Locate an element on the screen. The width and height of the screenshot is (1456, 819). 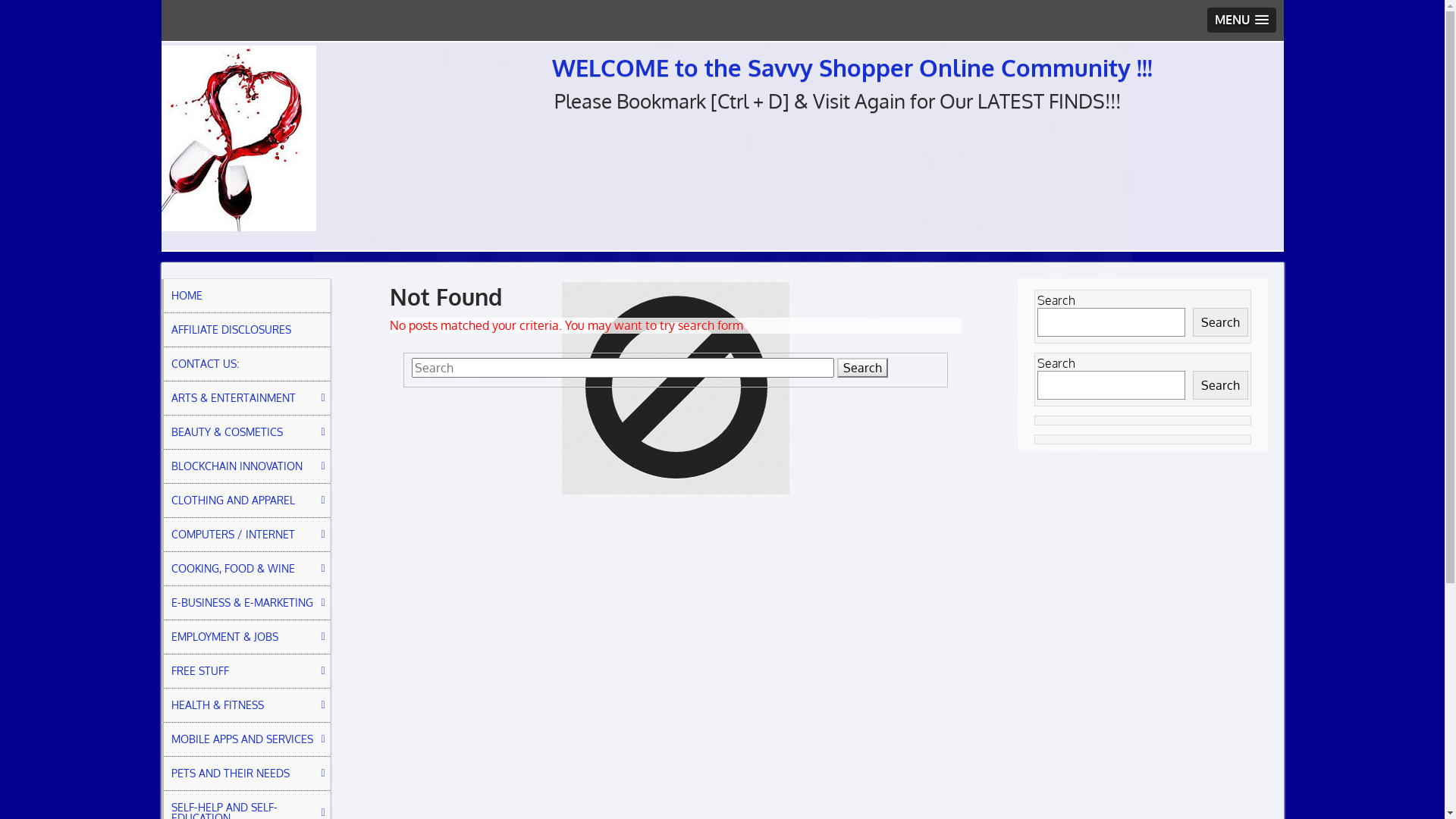
'PETS AND THEIR NEEDS' is located at coordinates (246, 773).